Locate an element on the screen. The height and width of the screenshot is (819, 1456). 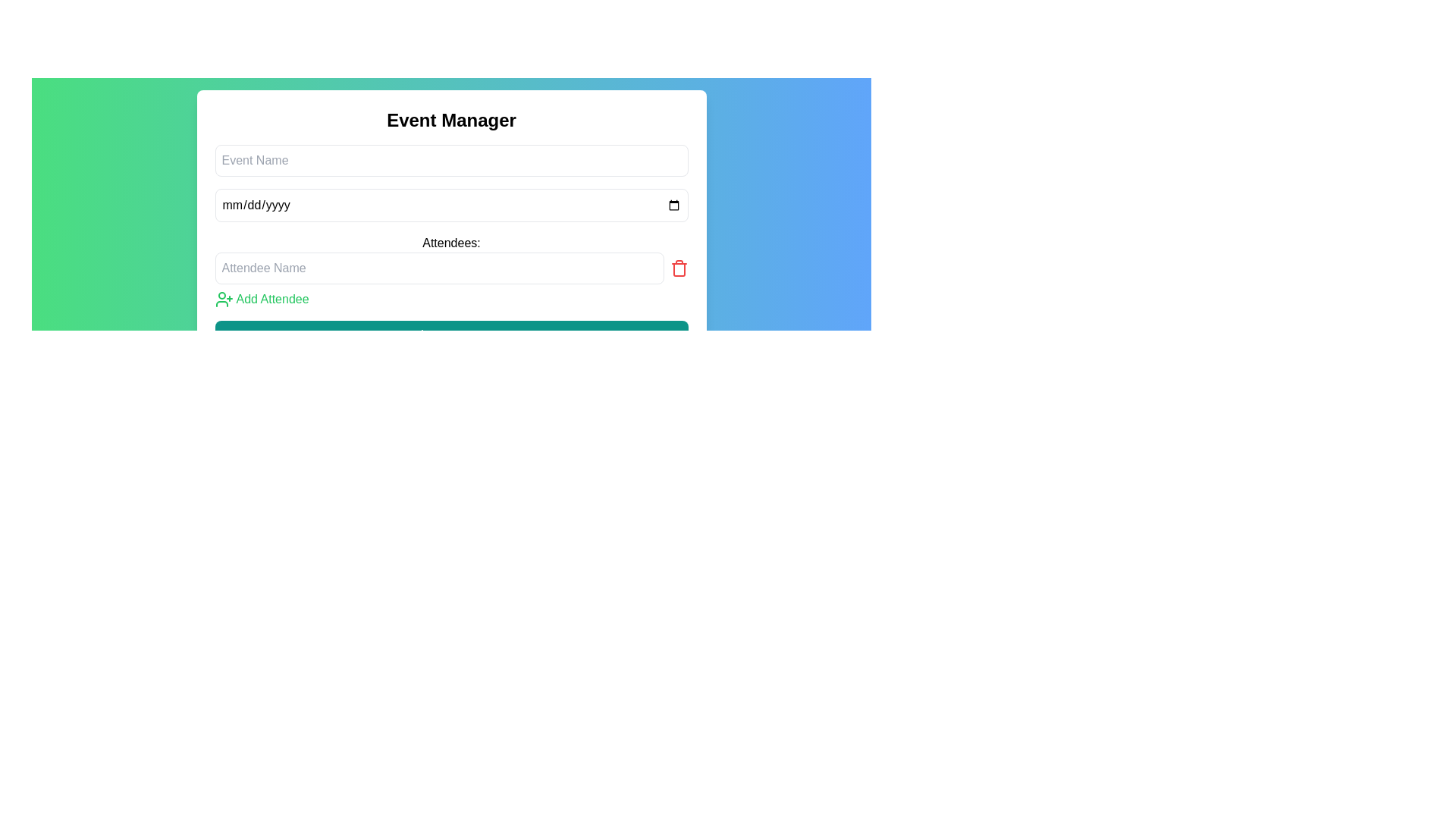
the label text associated with adding an attendee, located below the 'Attendee Name' input field and next to the left 'user plus' icon is located at coordinates (272, 299).